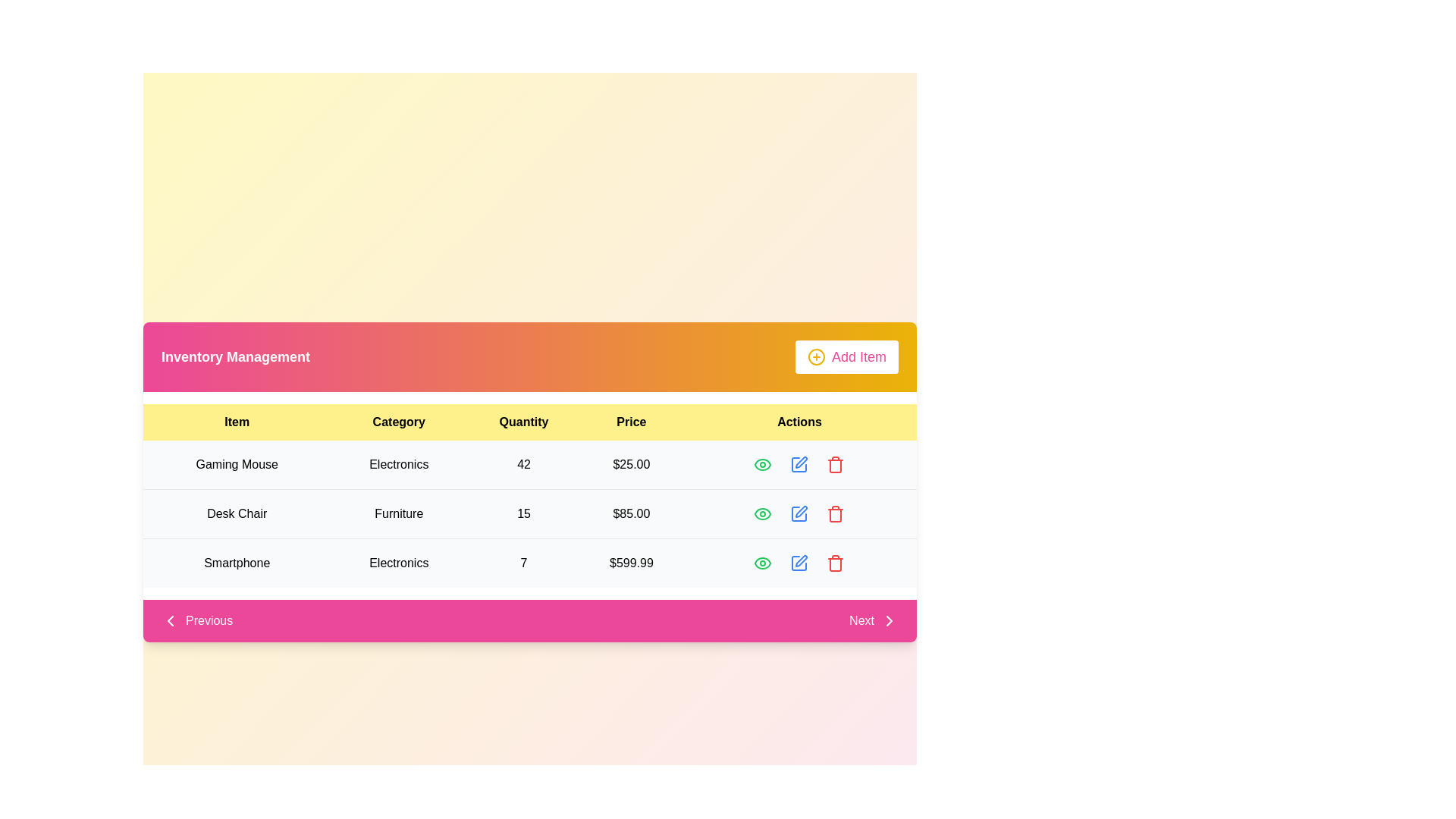 The width and height of the screenshot is (1456, 819). What do you see at coordinates (846, 356) in the screenshot?
I see `the 'Add Item' button located at the top-right corner of the inventory management interface` at bounding box center [846, 356].